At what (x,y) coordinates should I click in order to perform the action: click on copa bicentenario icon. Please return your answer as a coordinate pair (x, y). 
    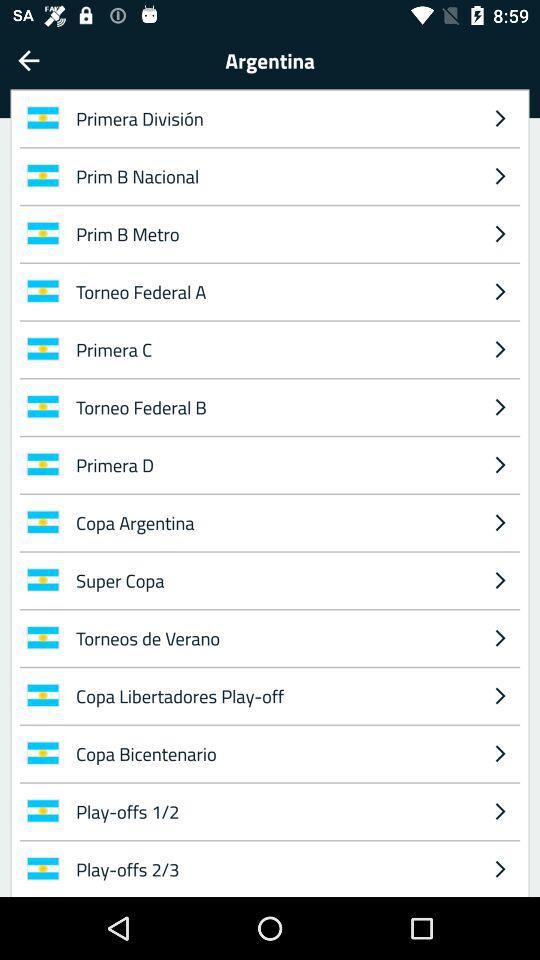
    Looking at the image, I should click on (272, 752).